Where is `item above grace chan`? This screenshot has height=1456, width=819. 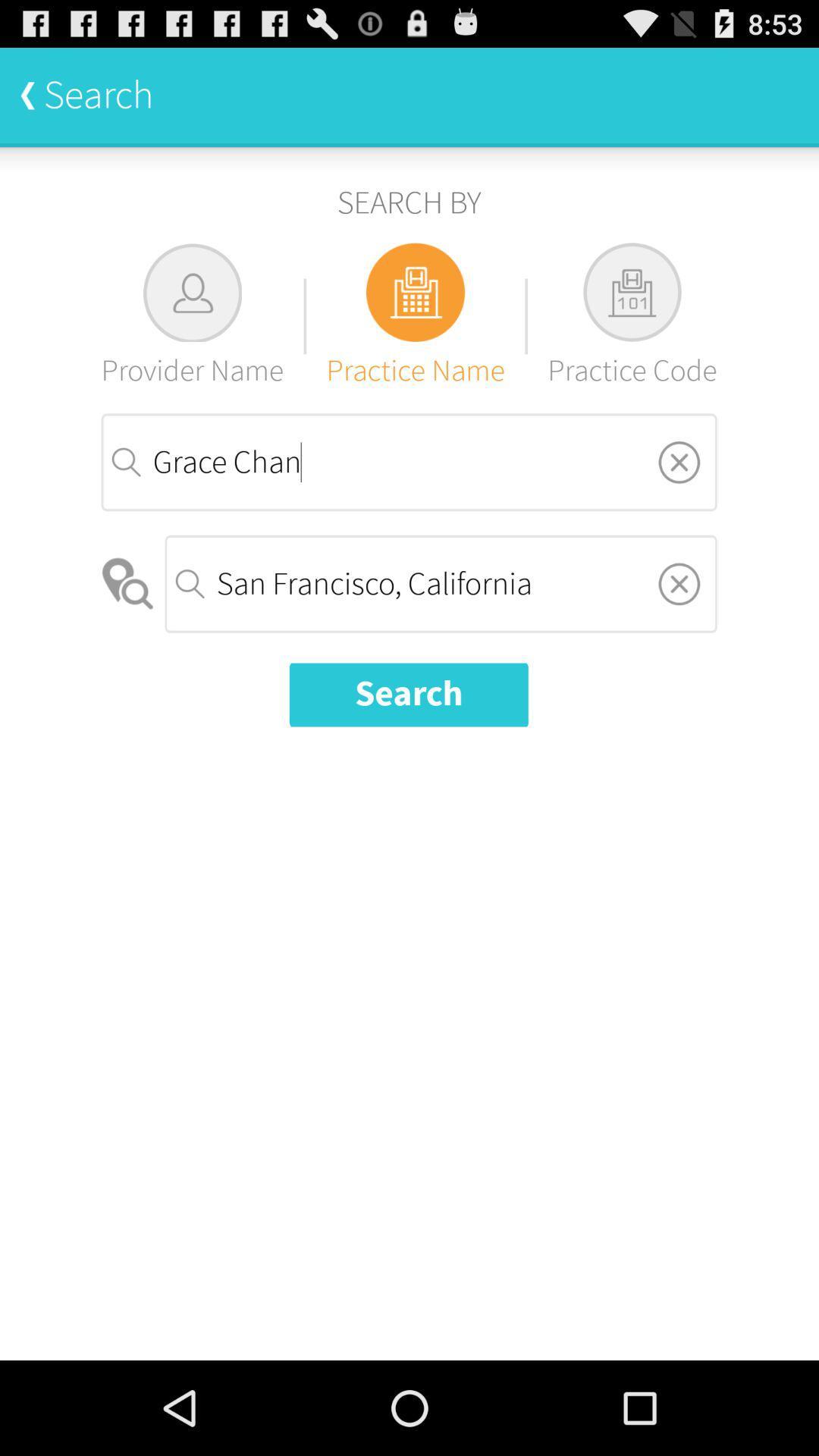 item above grace chan is located at coordinates (191, 315).